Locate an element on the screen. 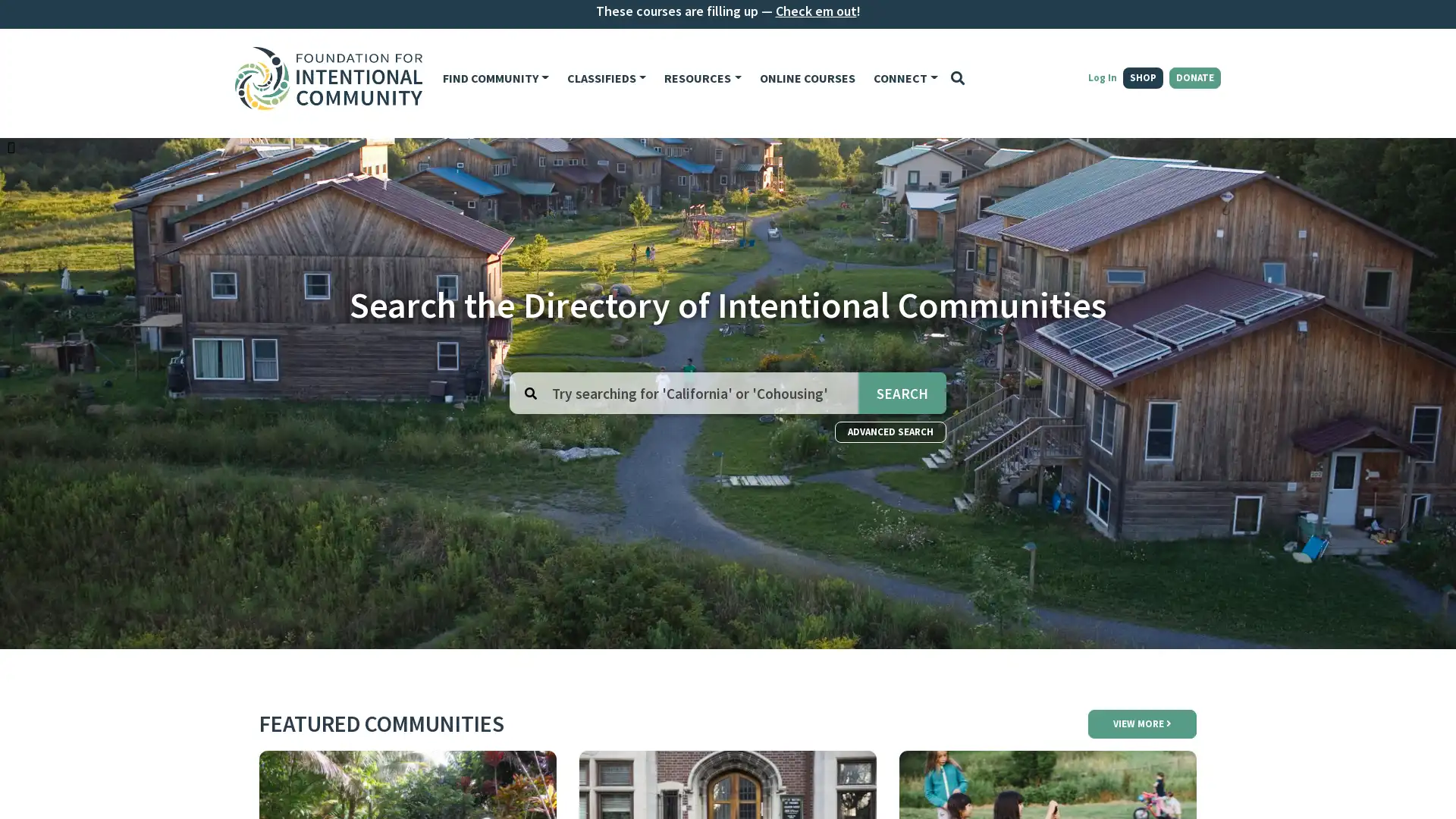 The width and height of the screenshot is (1456, 819). SEARCH is located at coordinates (902, 392).